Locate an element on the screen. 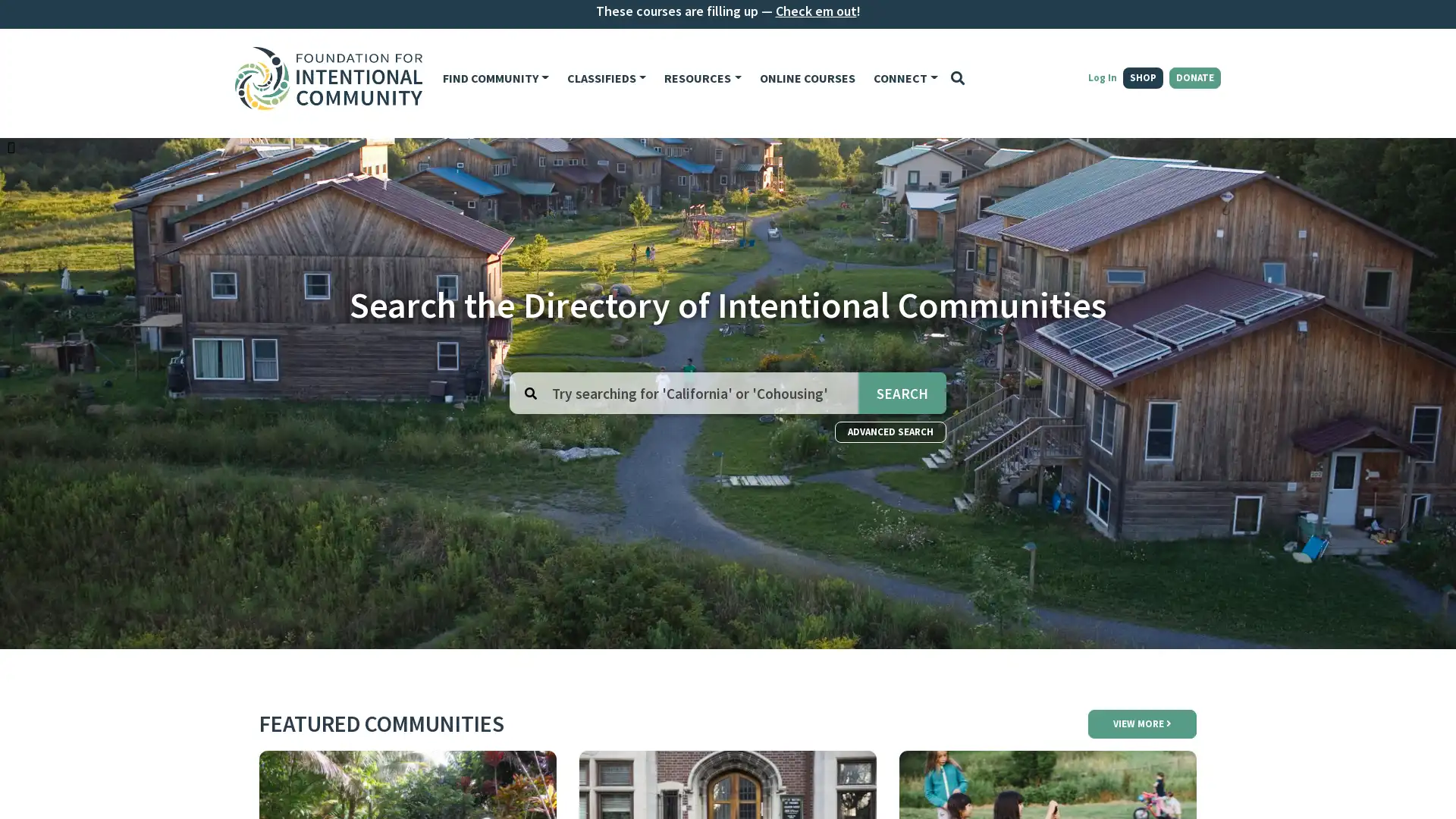 The width and height of the screenshot is (1456, 819). SEARCH is located at coordinates (902, 392).